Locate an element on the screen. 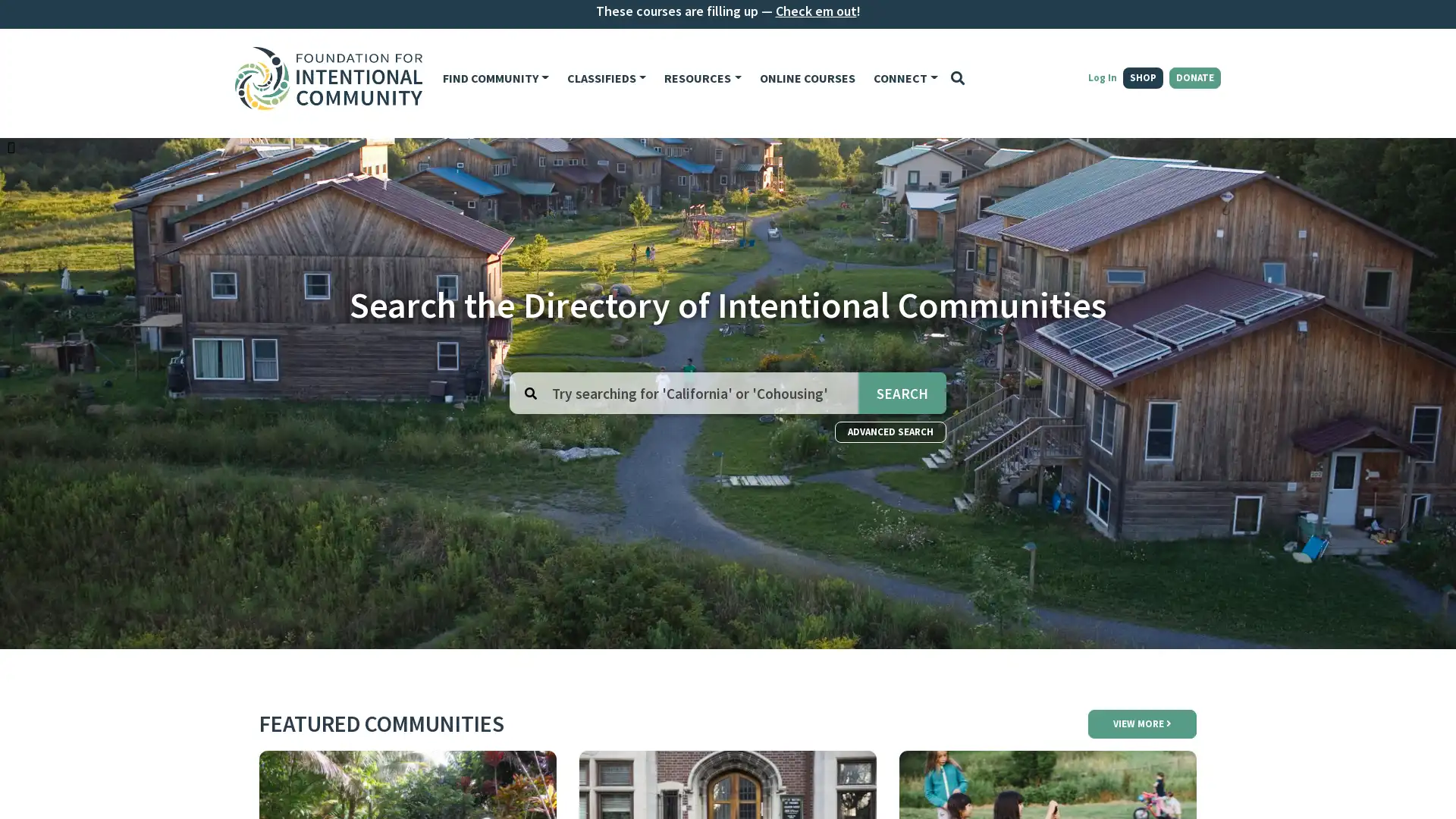 The width and height of the screenshot is (1456, 819). SEARCH is located at coordinates (902, 392).